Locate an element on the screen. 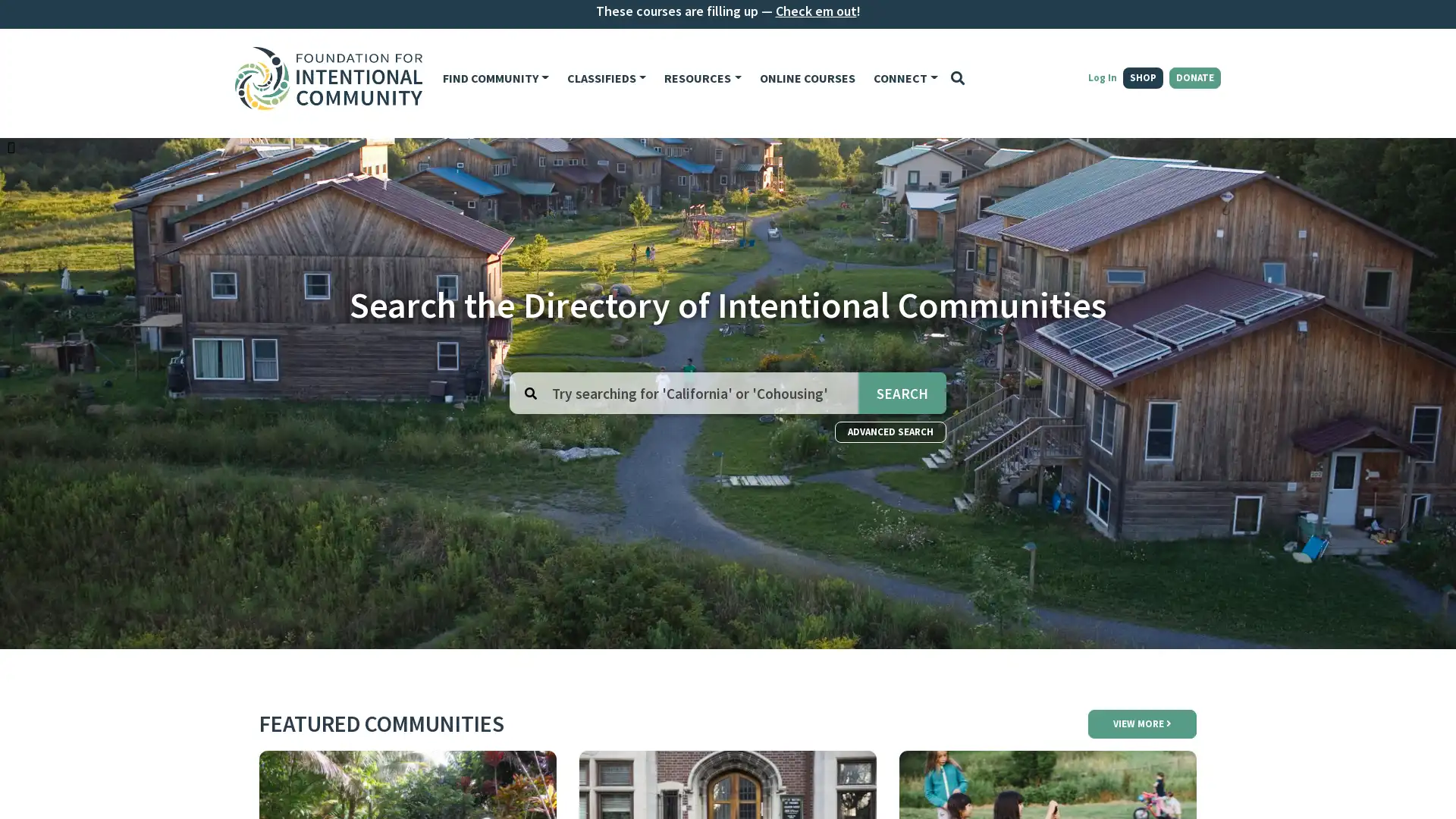 The width and height of the screenshot is (1456, 819). SEARCH is located at coordinates (902, 392).